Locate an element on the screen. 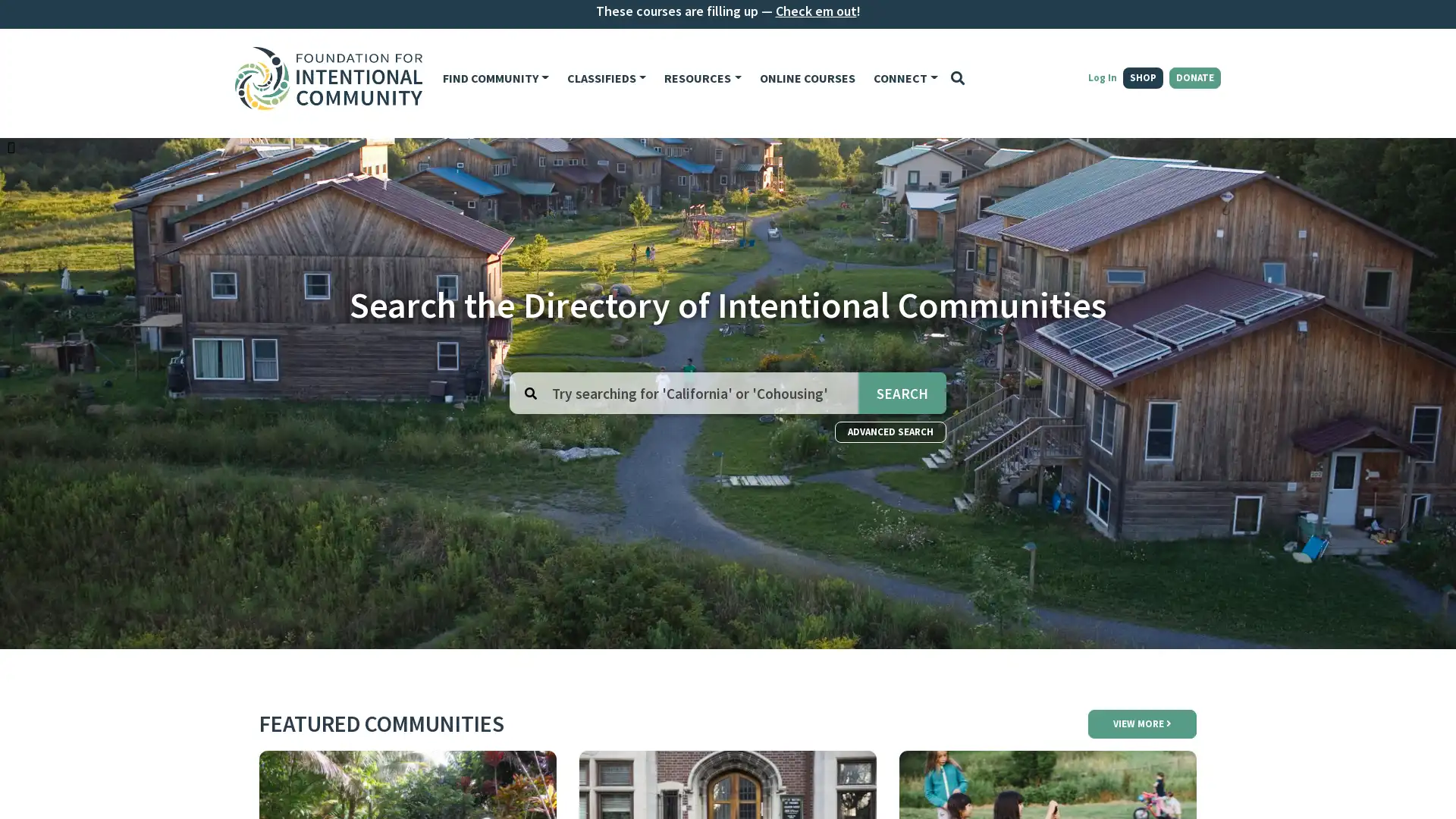 The width and height of the screenshot is (1456, 819). SEARCH is located at coordinates (902, 392).